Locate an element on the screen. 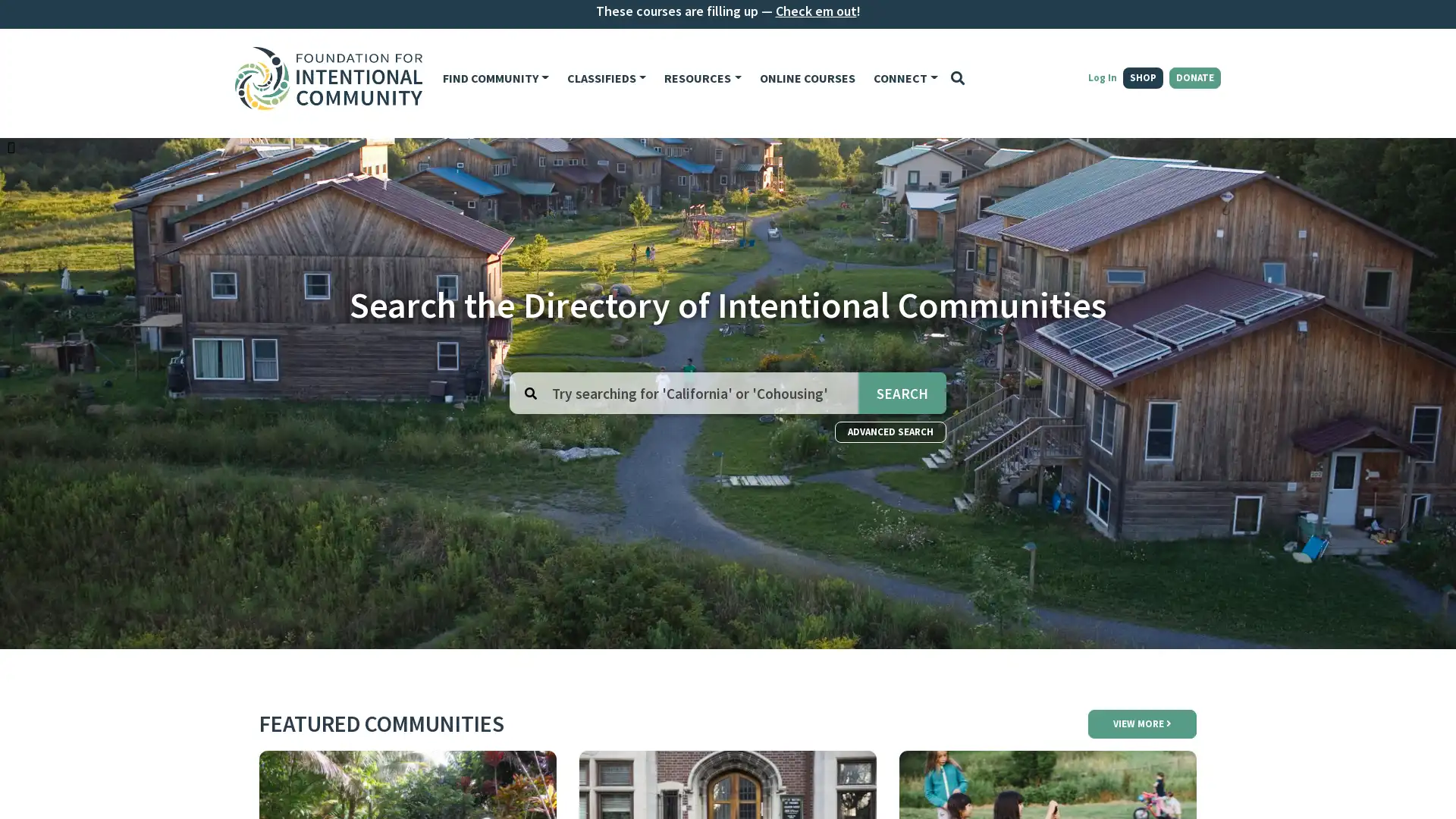 The width and height of the screenshot is (1456, 819). SEARCH is located at coordinates (902, 392).